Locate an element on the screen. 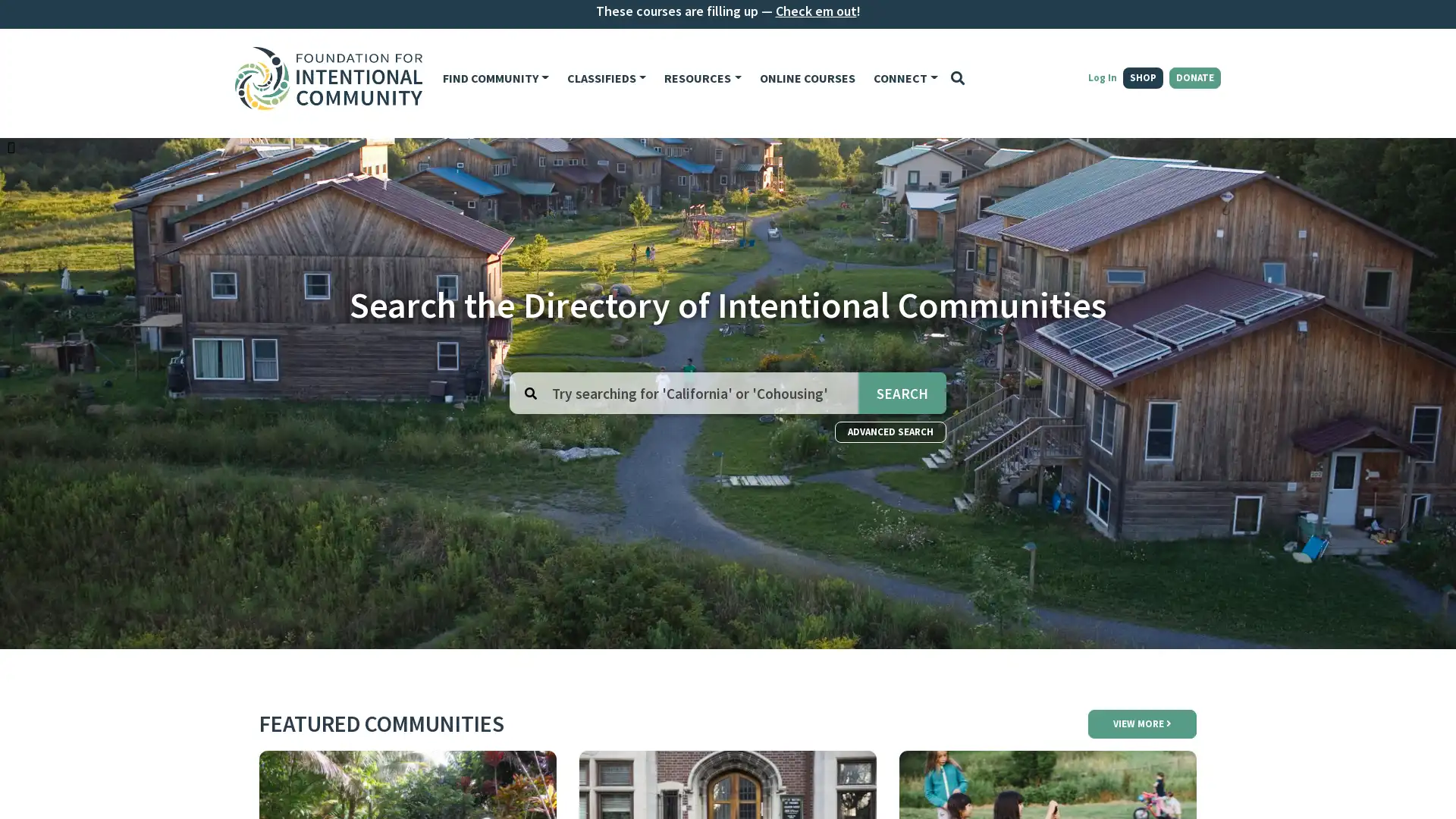 The width and height of the screenshot is (1456, 819). SEARCH is located at coordinates (902, 392).